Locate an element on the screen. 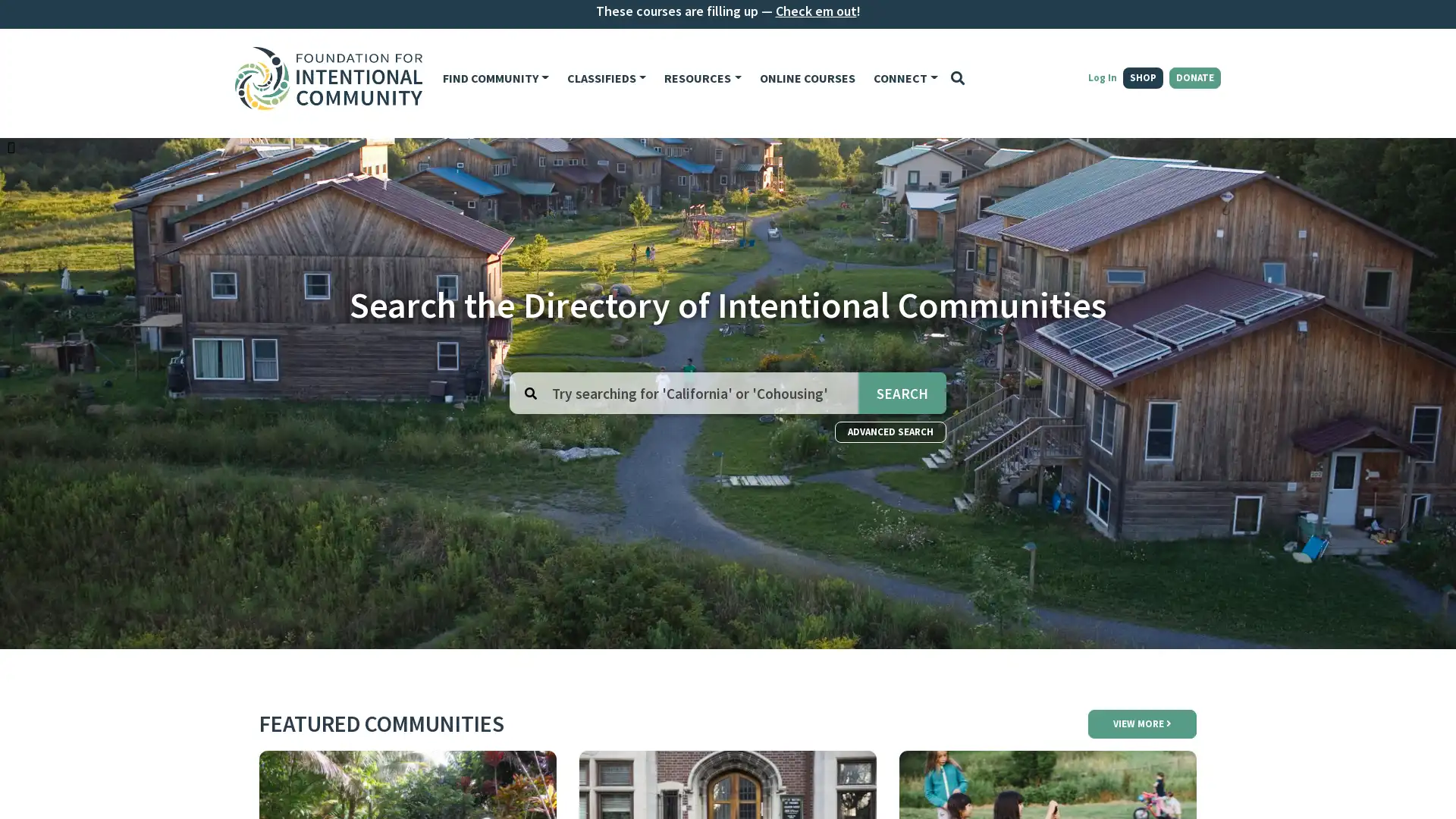 The width and height of the screenshot is (1456, 819). SEARCH is located at coordinates (902, 392).